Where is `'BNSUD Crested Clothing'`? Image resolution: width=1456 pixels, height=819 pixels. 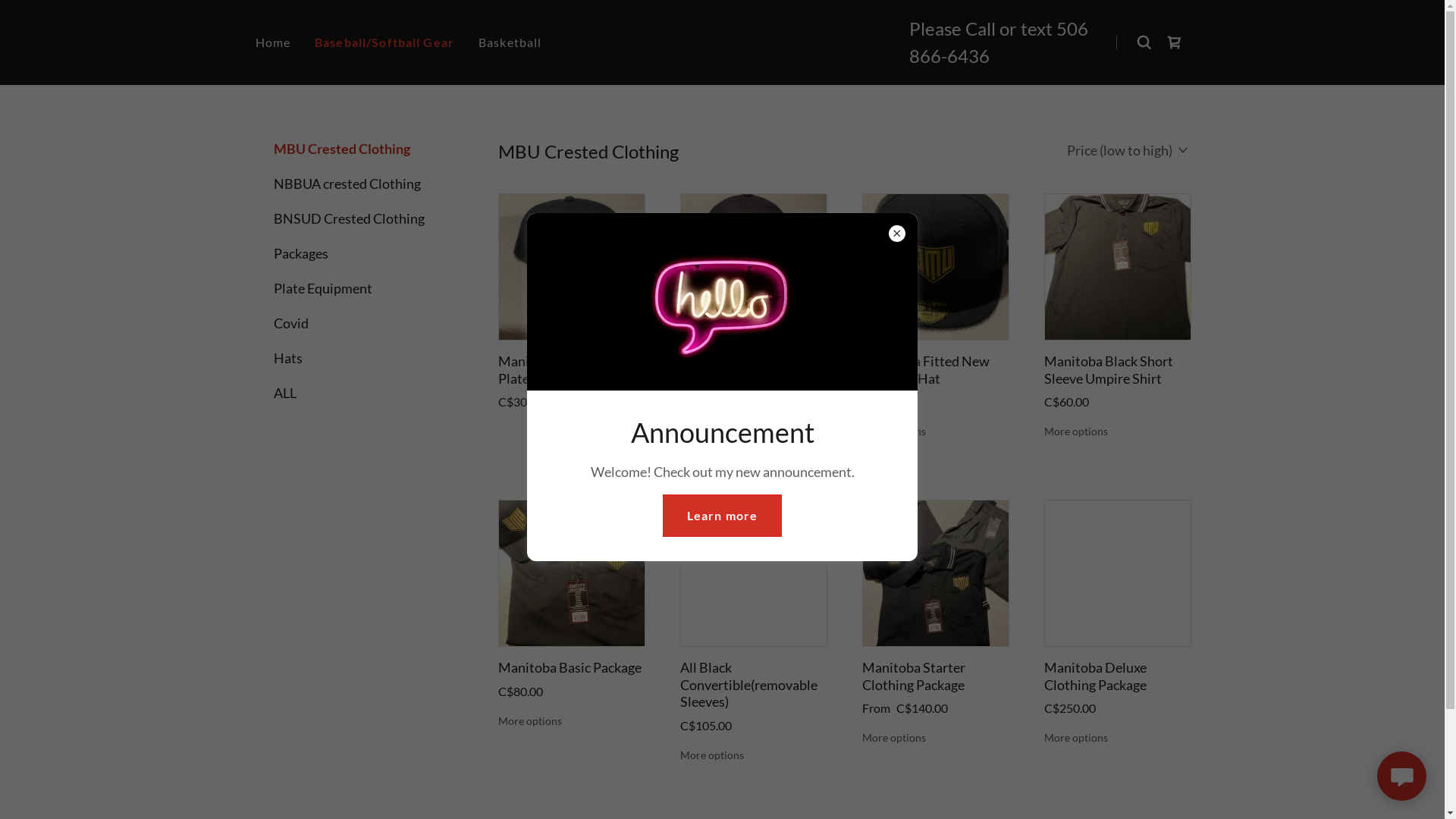
'BNSUD Crested Clothing' is located at coordinates (273, 218).